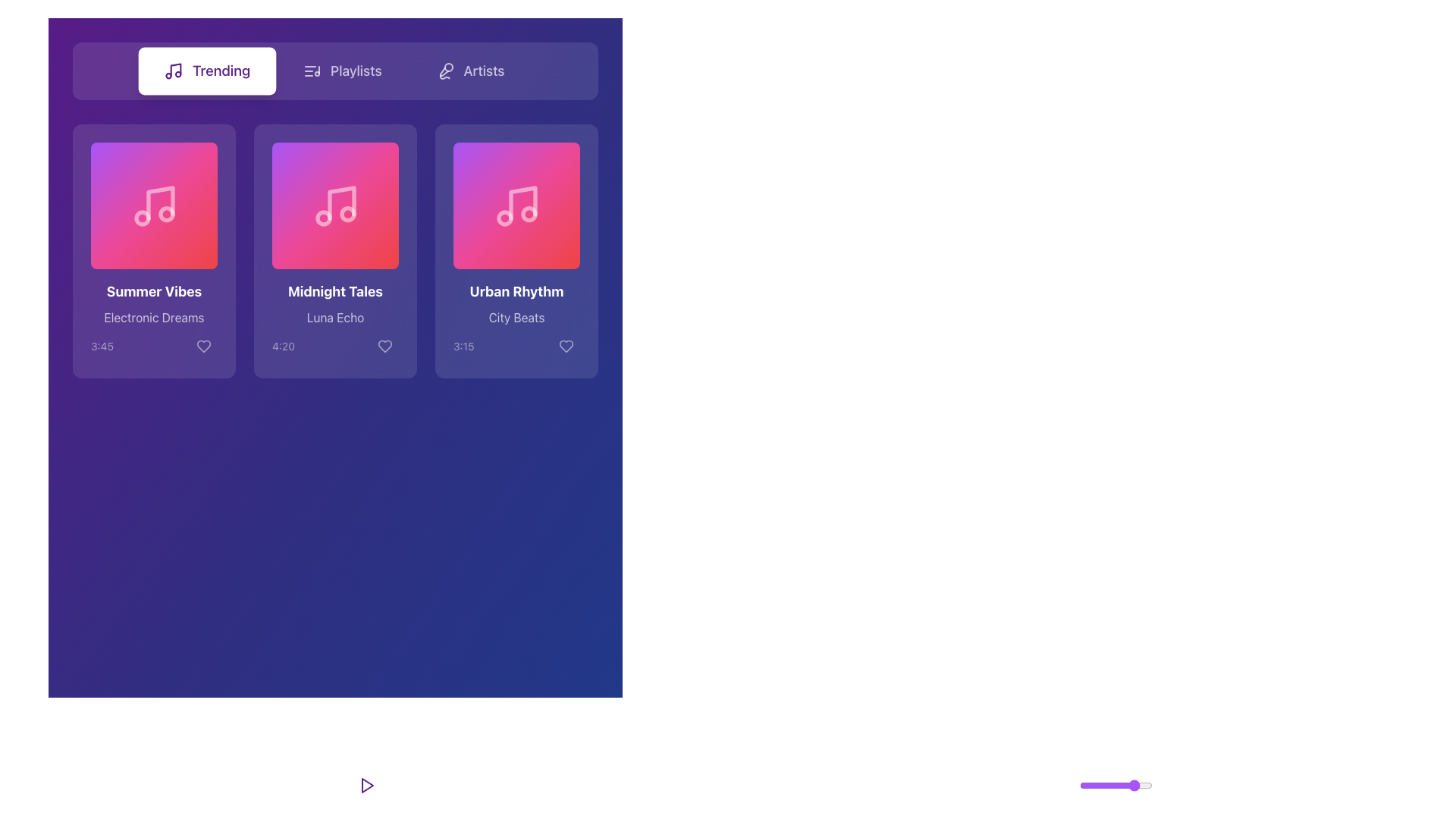 Image resolution: width=1456 pixels, height=819 pixels. Describe the element at coordinates (154, 250) in the screenshot. I see `the first music card component in the grid layout` at that location.